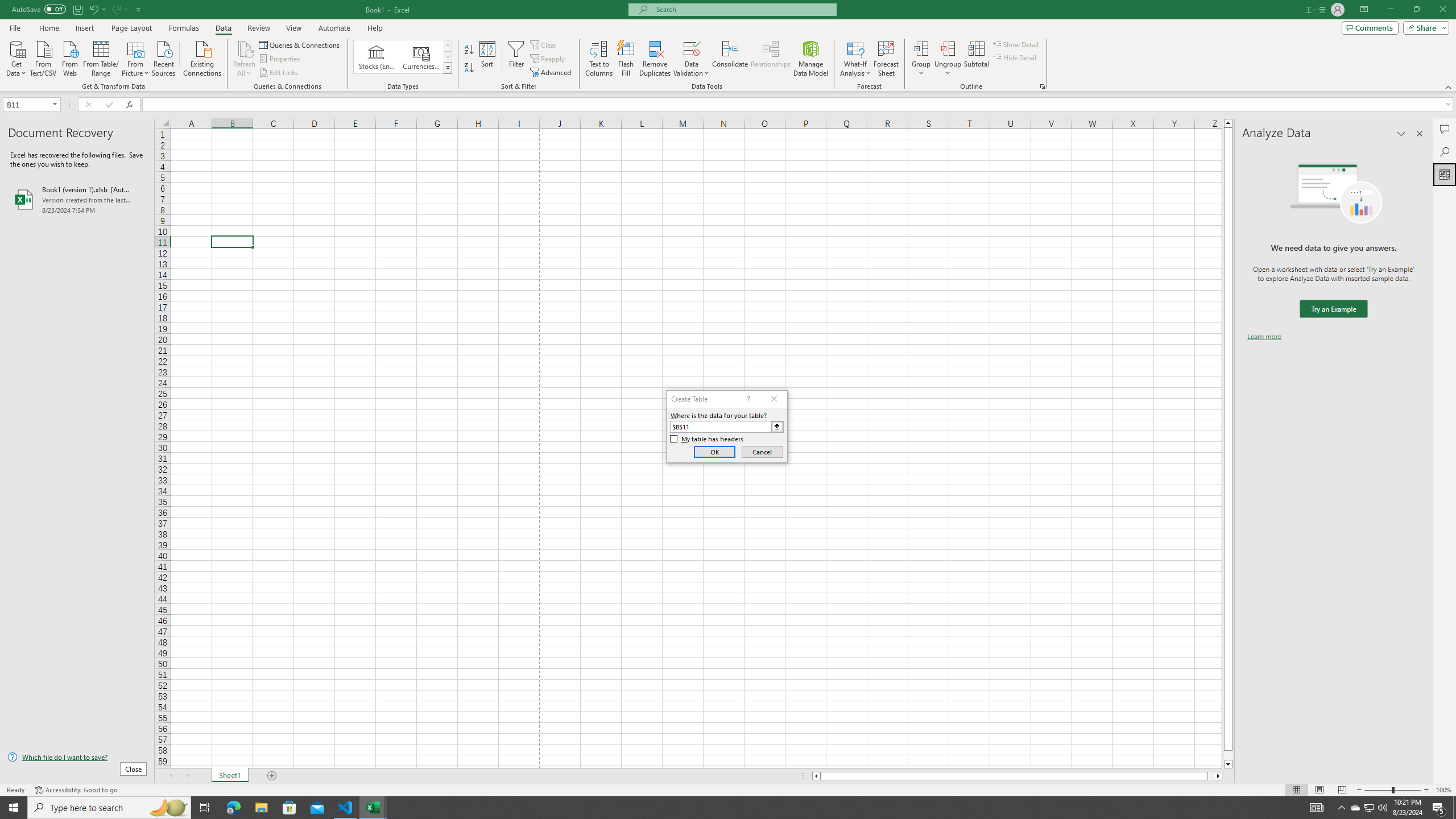  I want to click on 'Consolidate...', so click(730, 59).